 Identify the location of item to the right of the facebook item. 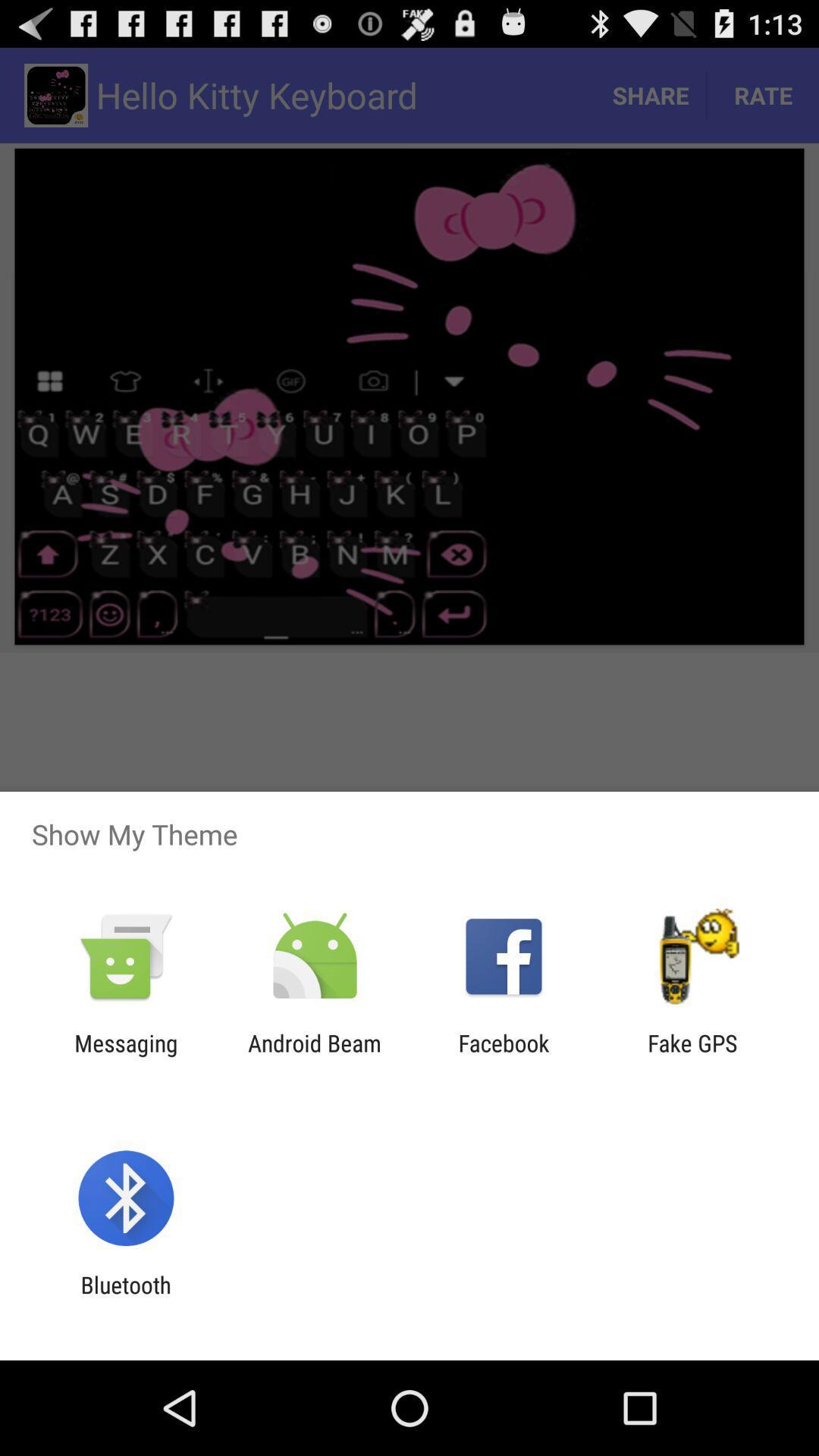
(692, 1056).